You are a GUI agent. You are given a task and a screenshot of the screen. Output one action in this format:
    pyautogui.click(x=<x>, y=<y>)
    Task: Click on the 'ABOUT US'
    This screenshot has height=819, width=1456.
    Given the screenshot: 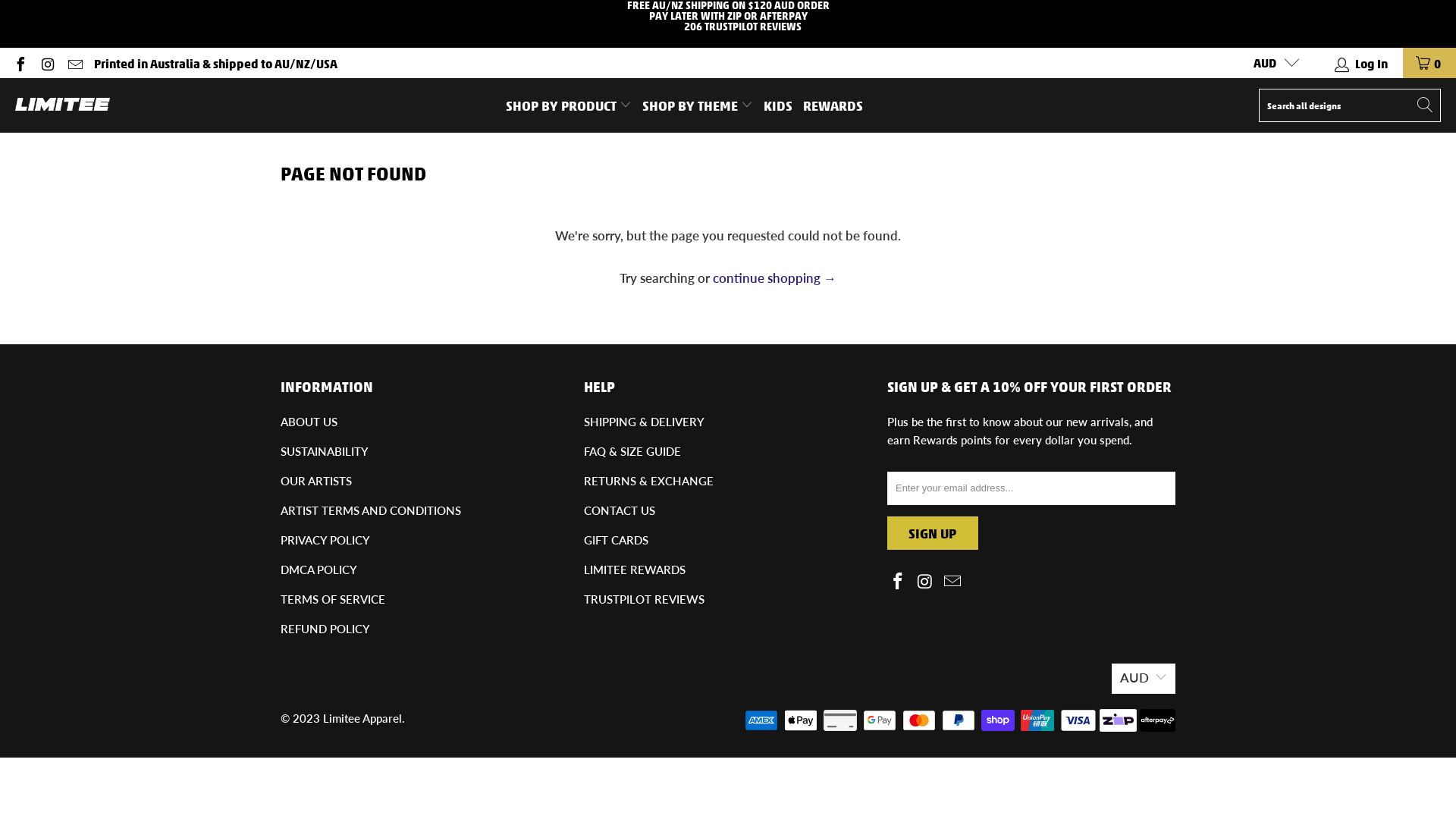 What is the action you would take?
    pyautogui.click(x=308, y=421)
    